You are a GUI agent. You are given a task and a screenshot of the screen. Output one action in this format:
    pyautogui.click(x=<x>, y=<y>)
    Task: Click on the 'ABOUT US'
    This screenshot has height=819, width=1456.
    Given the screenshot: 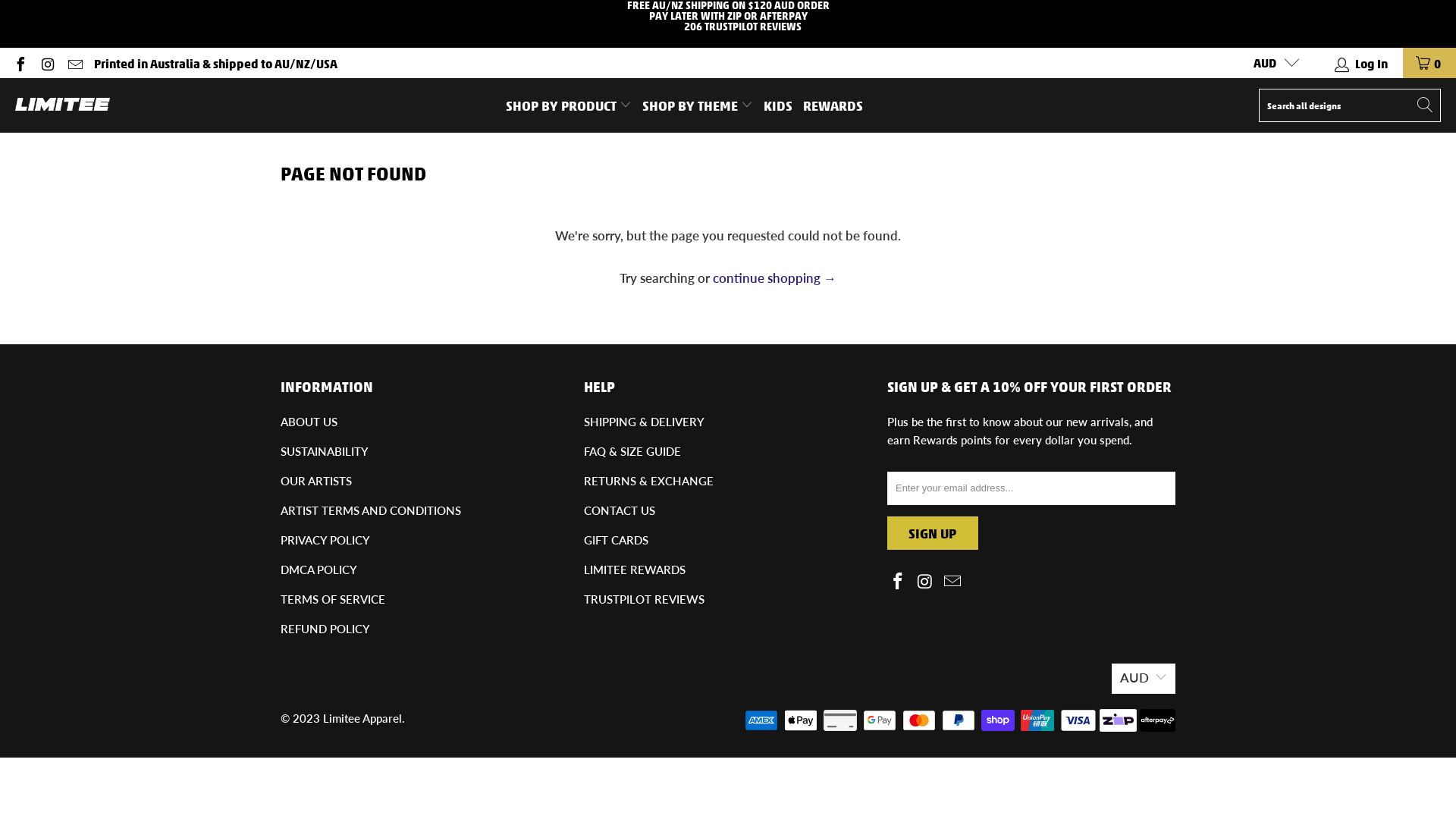 What is the action you would take?
    pyautogui.click(x=308, y=421)
    